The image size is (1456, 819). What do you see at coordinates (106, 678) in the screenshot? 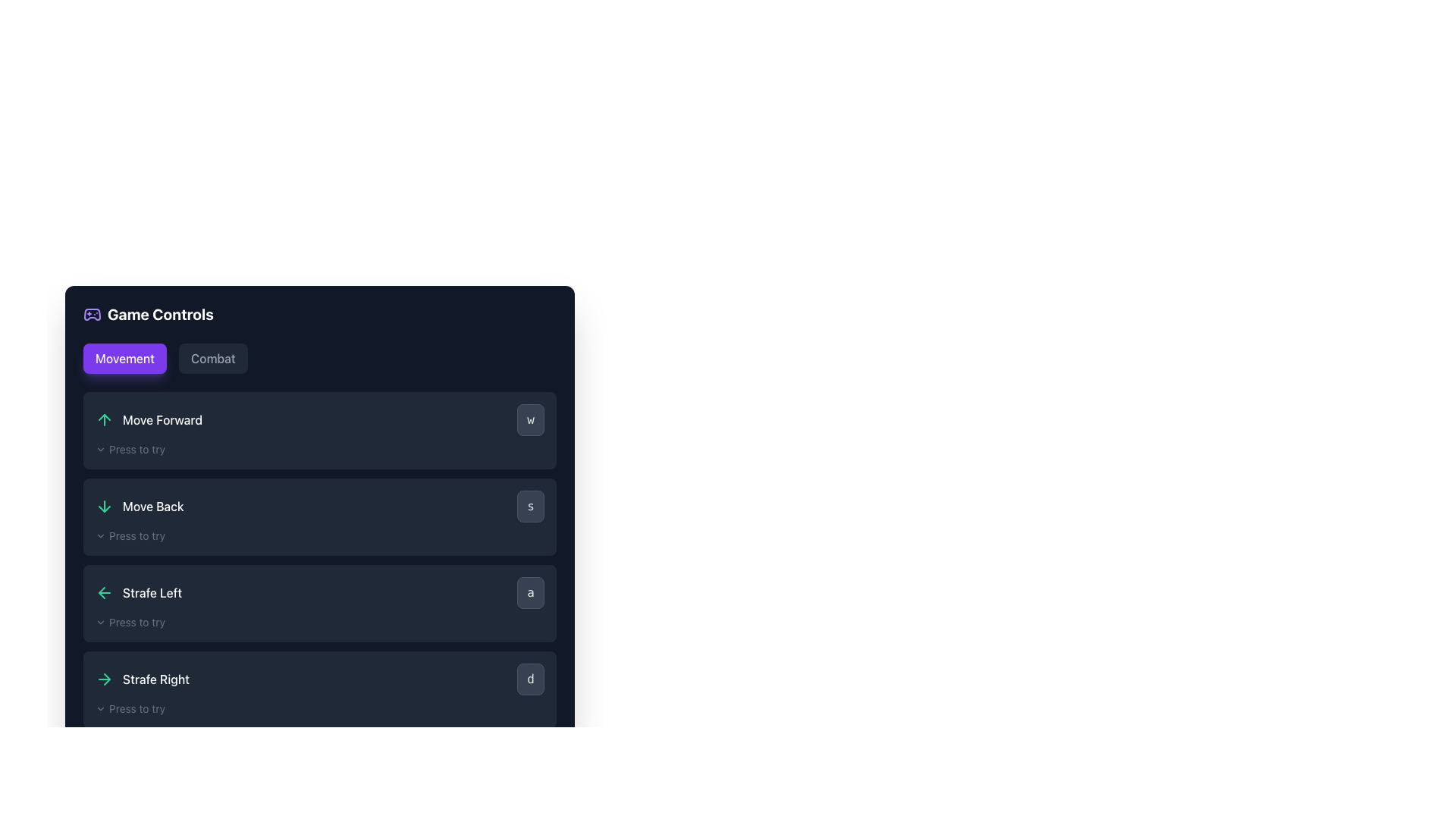
I see `the right-facing arrow icon associated with the 'Strafe Right' action` at bounding box center [106, 678].